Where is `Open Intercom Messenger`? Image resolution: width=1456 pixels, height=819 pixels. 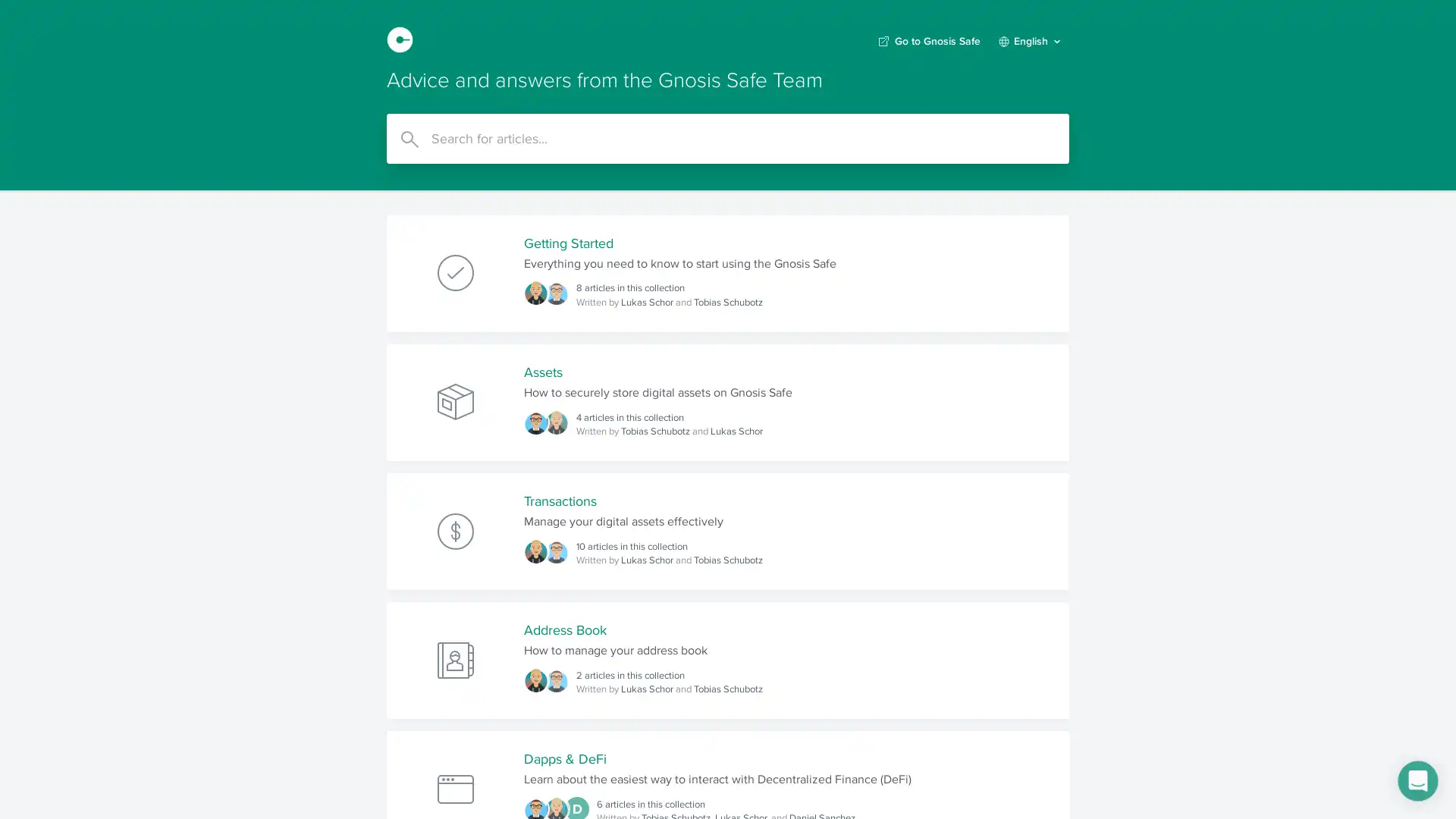 Open Intercom Messenger is located at coordinates (1417, 780).